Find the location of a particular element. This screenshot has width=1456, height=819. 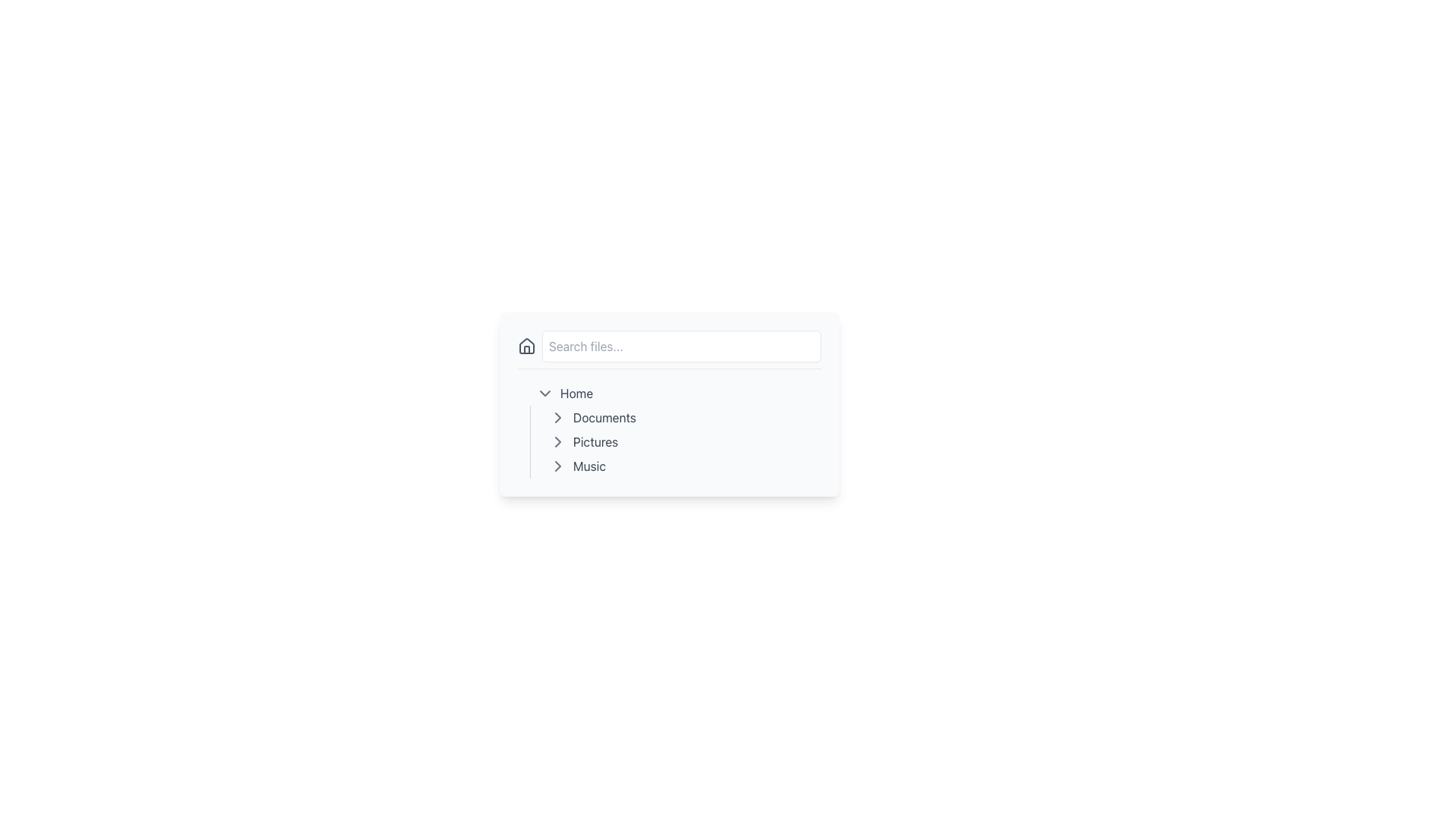

the static text label denoting the 'Pictures' category in the file navigation system, which is located beneath 'Documents' and above 'Music' is located at coordinates (595, 441).